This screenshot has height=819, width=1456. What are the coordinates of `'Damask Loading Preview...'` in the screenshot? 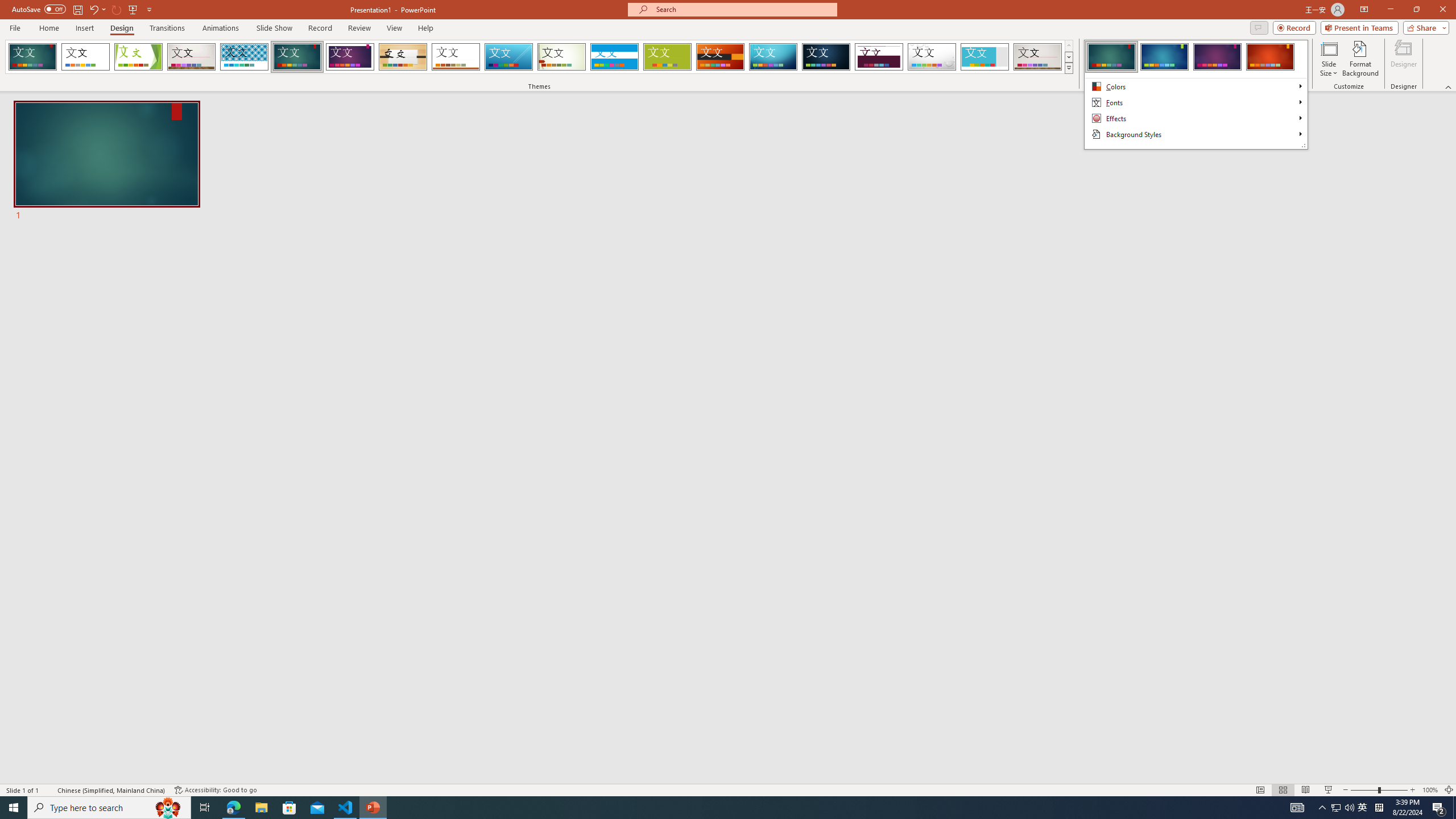 It's located at (825, 56).